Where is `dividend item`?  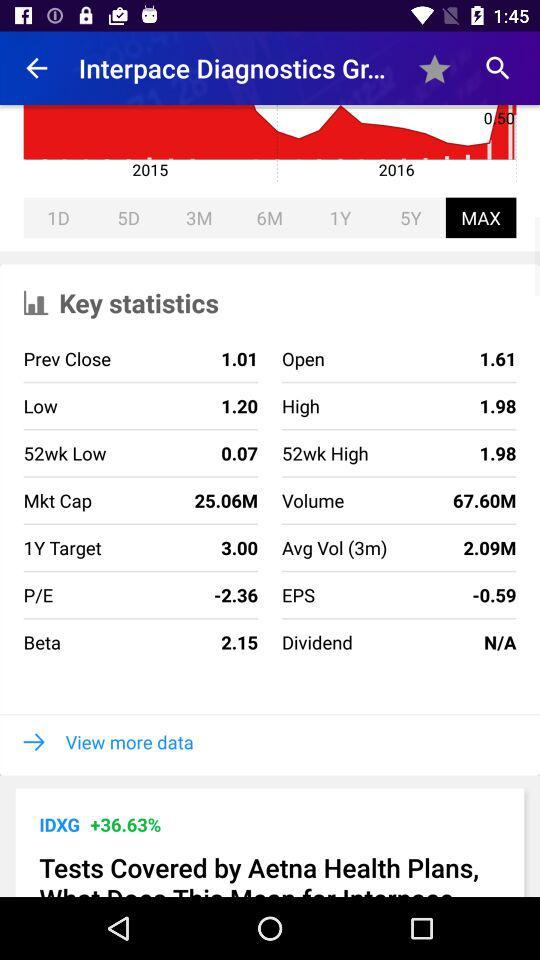
dividend item is located at coordinates (317, 641).